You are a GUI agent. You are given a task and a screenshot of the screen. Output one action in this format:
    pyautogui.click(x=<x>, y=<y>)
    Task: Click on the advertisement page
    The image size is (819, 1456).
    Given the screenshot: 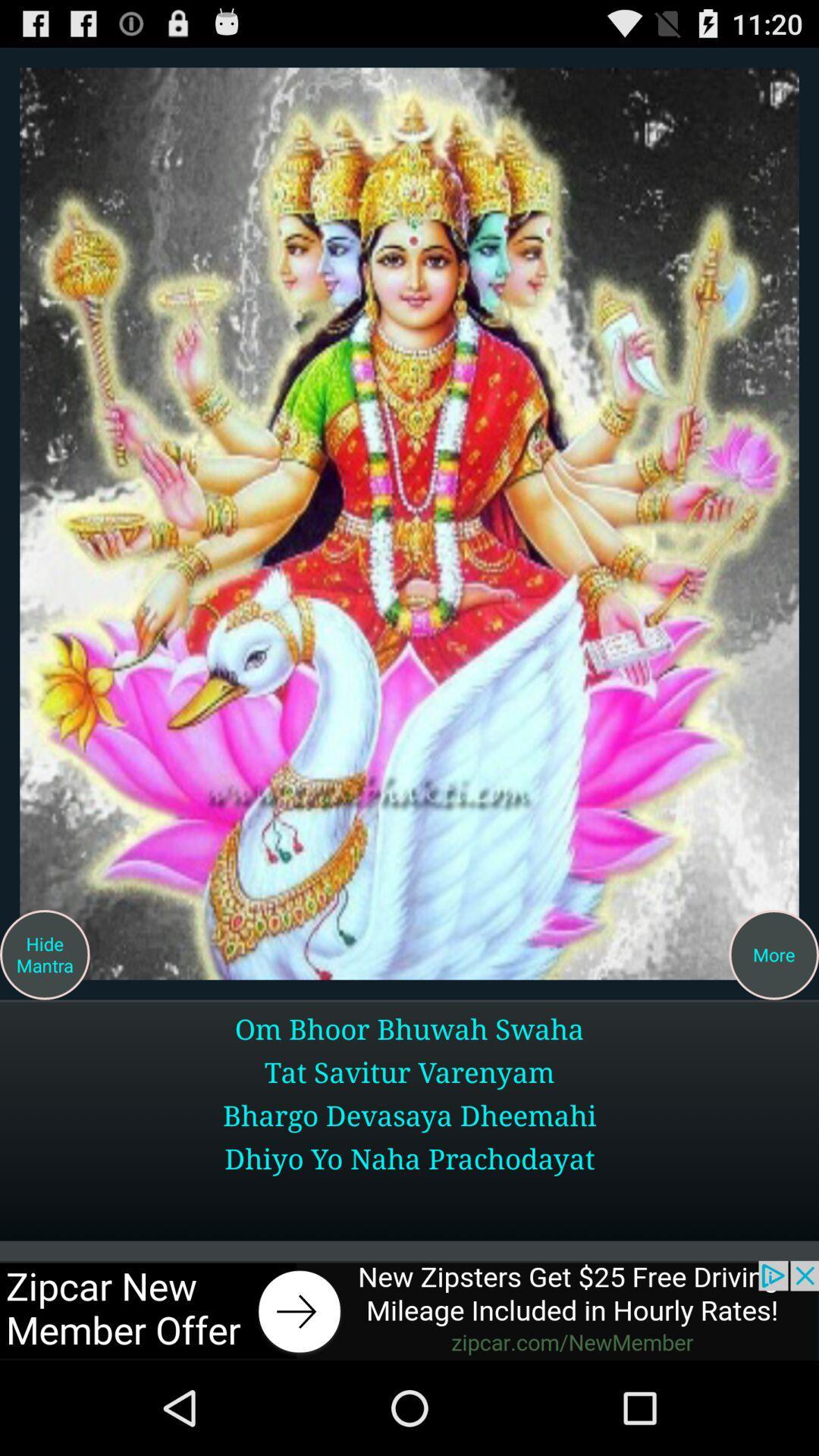 What is the action you would take?
    pyautogui.click(x=409, y=1310)
    